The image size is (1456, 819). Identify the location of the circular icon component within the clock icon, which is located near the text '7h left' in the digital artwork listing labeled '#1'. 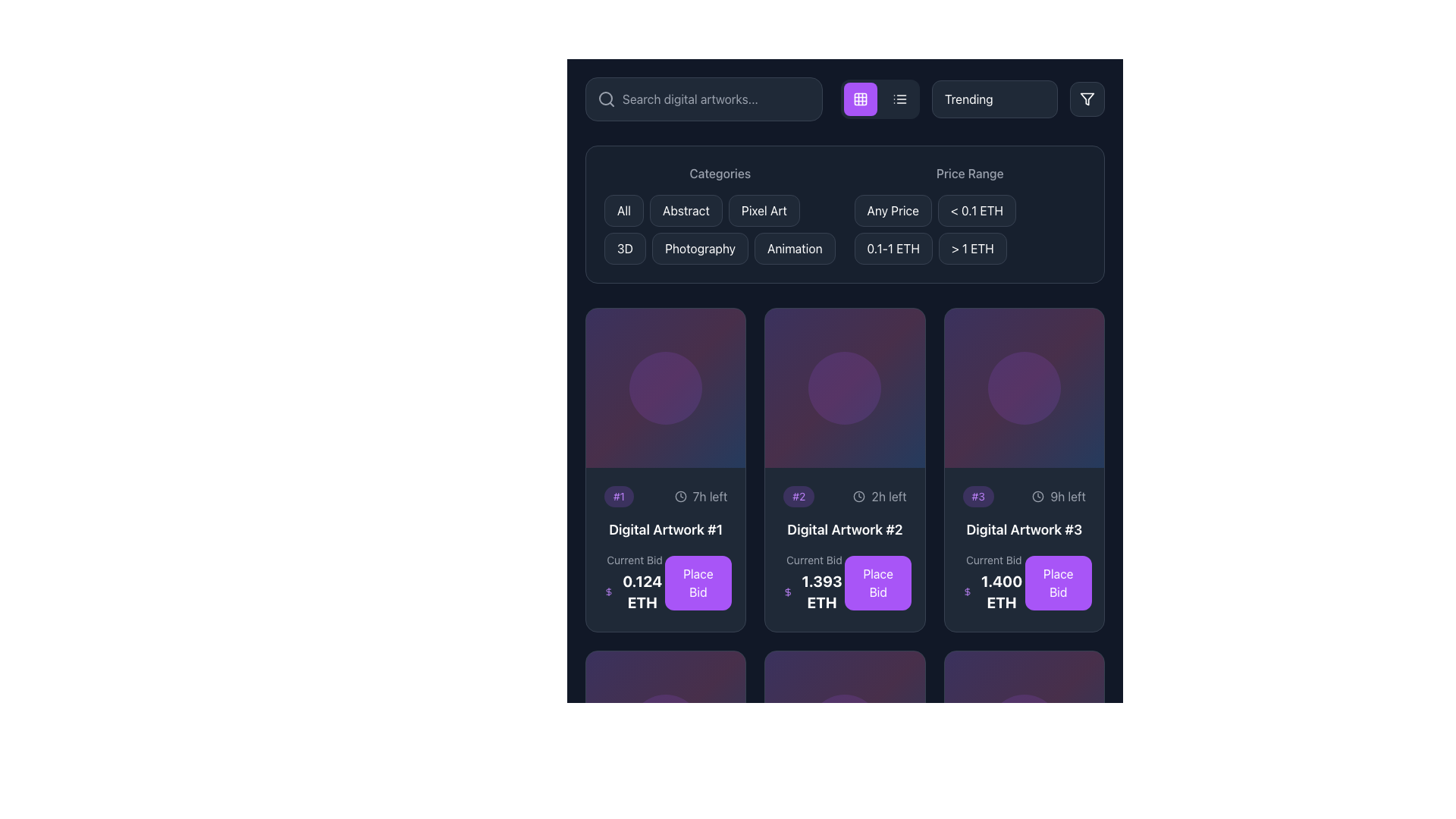
(679, 497).